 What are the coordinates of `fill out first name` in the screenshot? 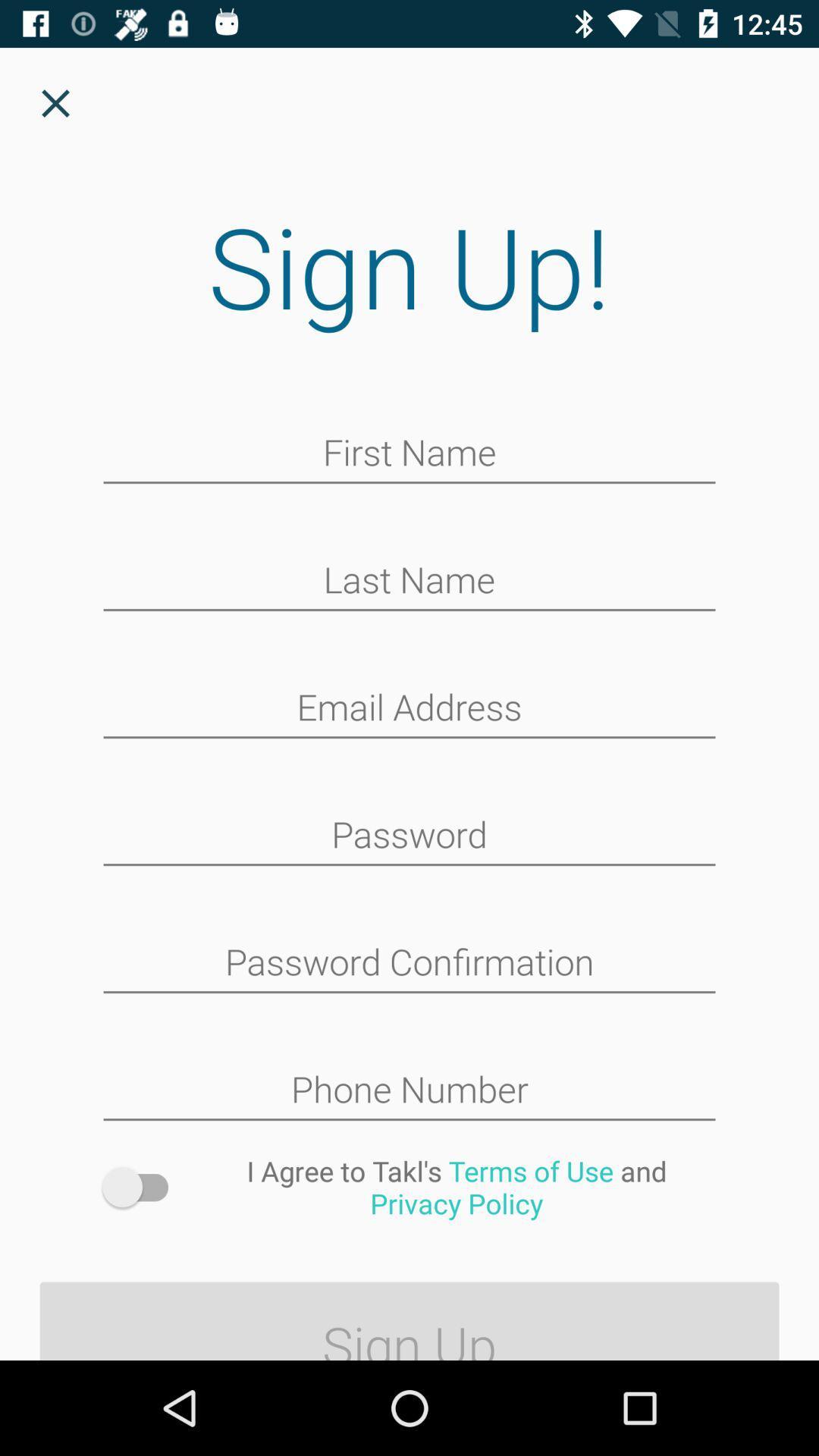 It's located at (409, 453).